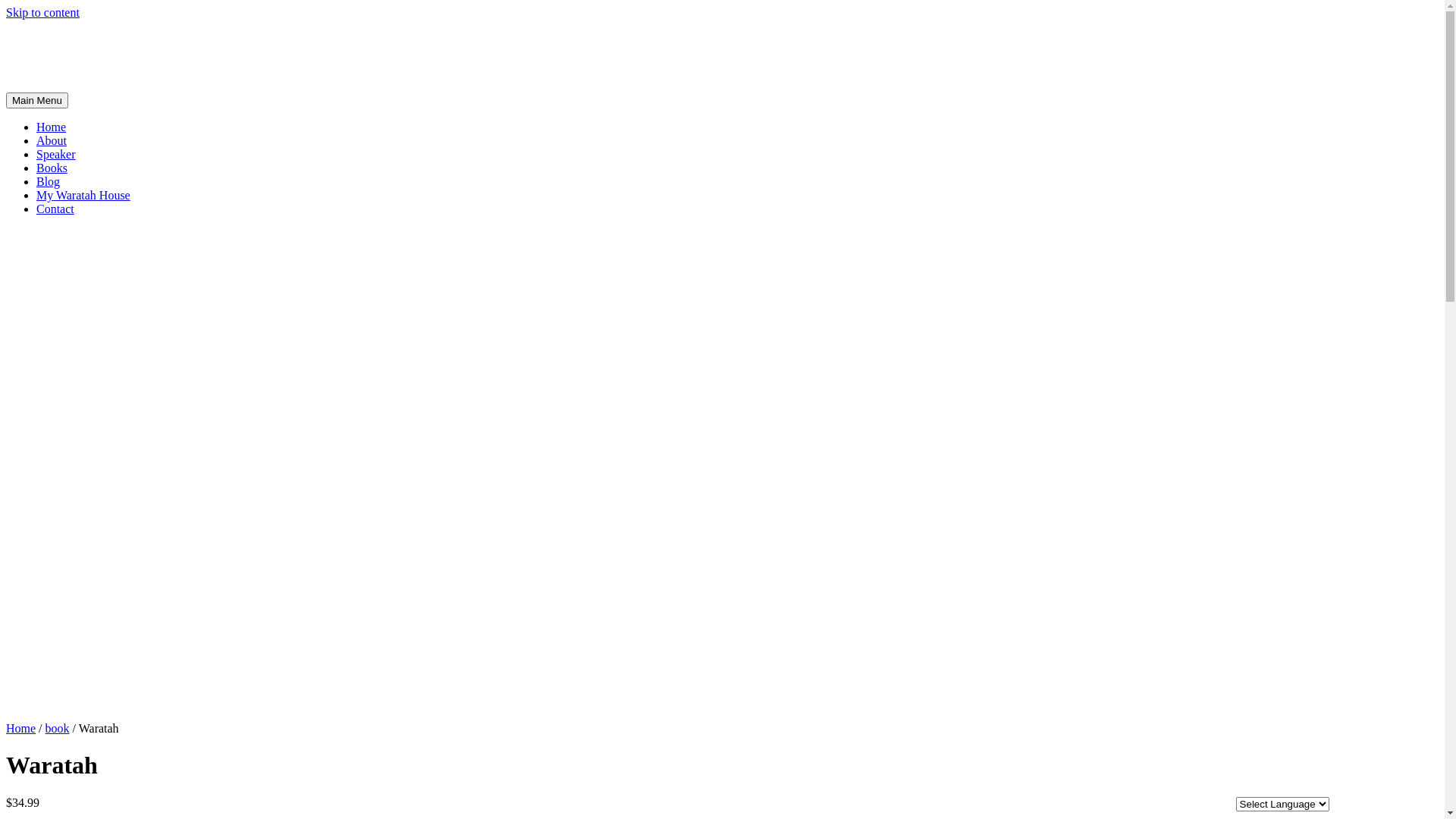 Image resolution: width=1456 pixels, height=819 pixels. What do you see at coordinates (58, 727) in the screenshot?
I see `'book'` at bounding box center [58, 727].